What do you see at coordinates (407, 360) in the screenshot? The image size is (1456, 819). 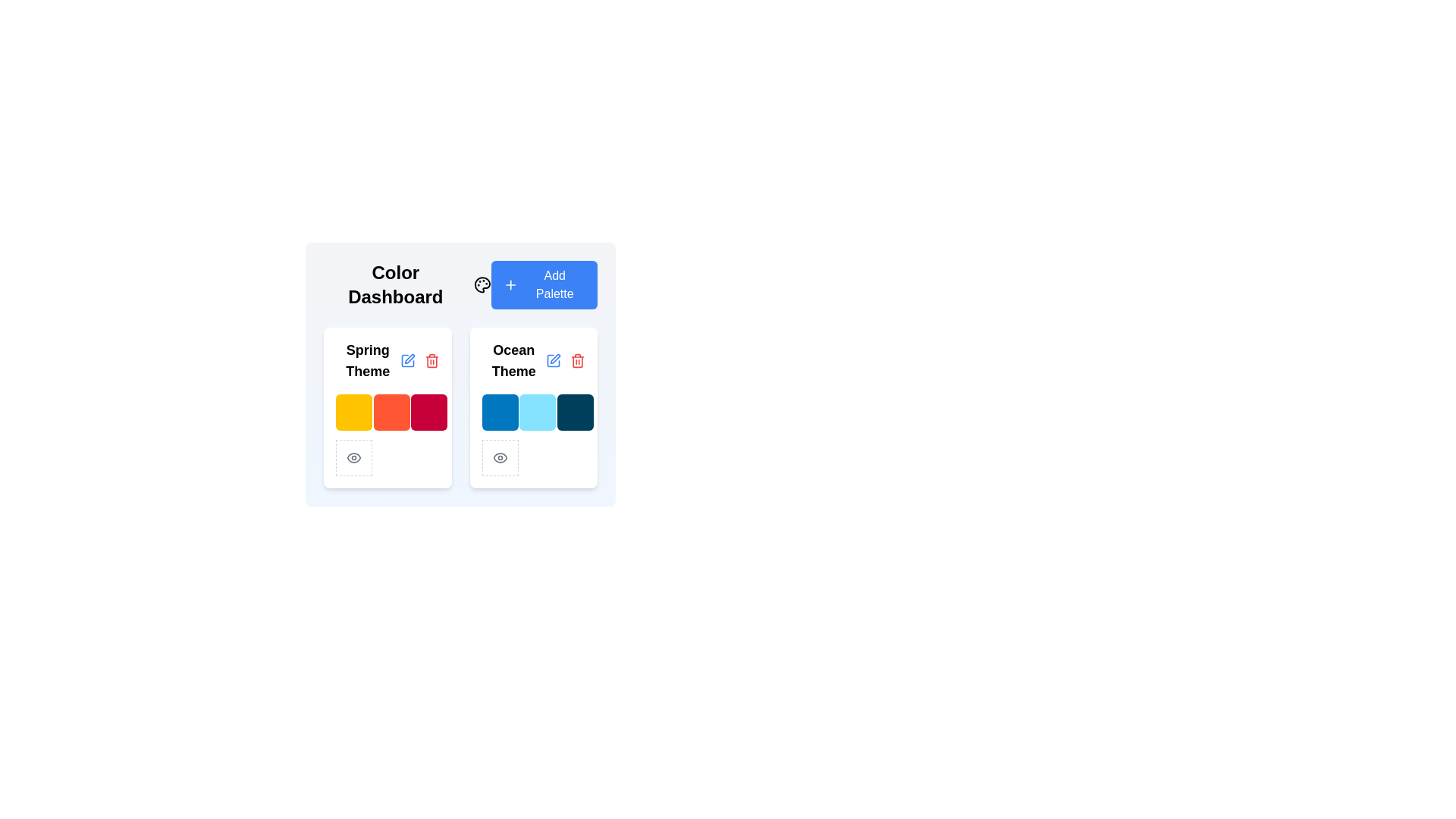 I see `the button that initiates editing actions for the 'Spring Theme' palette, located in the upper right corner of the panel between the 'Spring Theme' label and a delete icon` at bounding box center [407, 360].